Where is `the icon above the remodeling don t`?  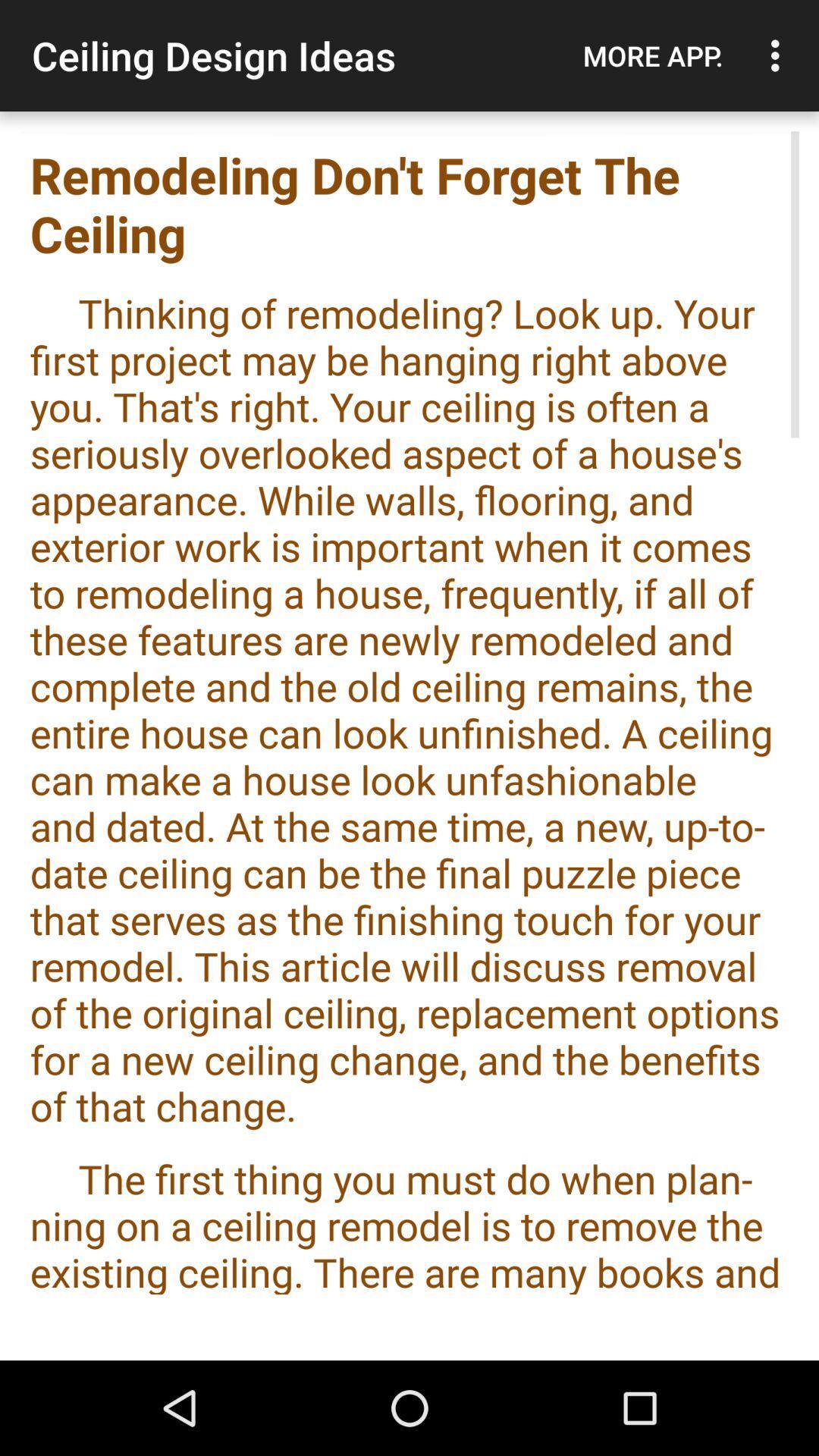 the icon above the remodeling don t is located at coordinates (652, 55).